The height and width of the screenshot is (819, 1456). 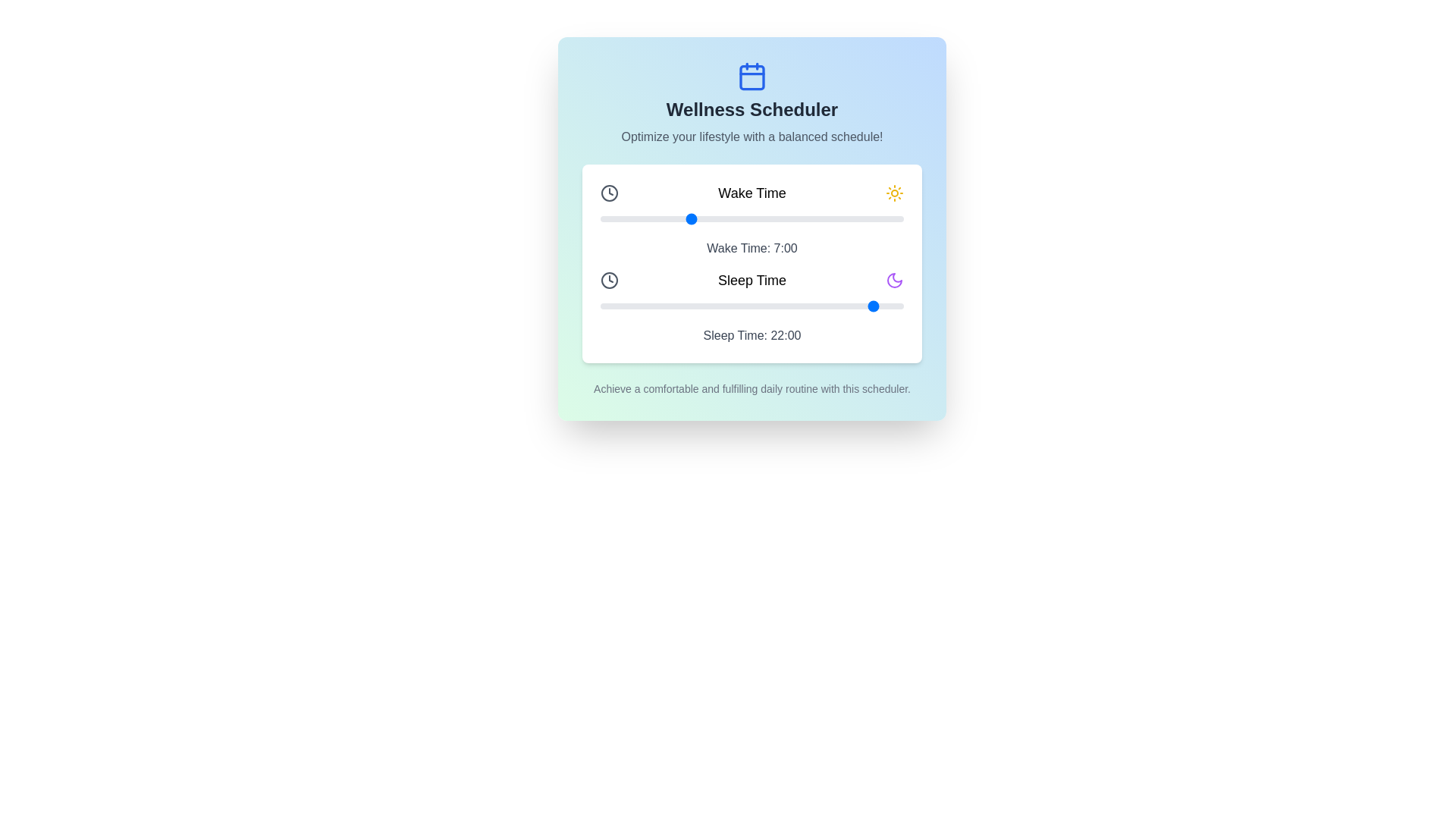 I want to click on the 'Wake Time' text label, which is prominently displayed in a larger font size on the upper section of the white rectangular card interface, located between a clock icon and a sun icon, so click(x=752, y=192).